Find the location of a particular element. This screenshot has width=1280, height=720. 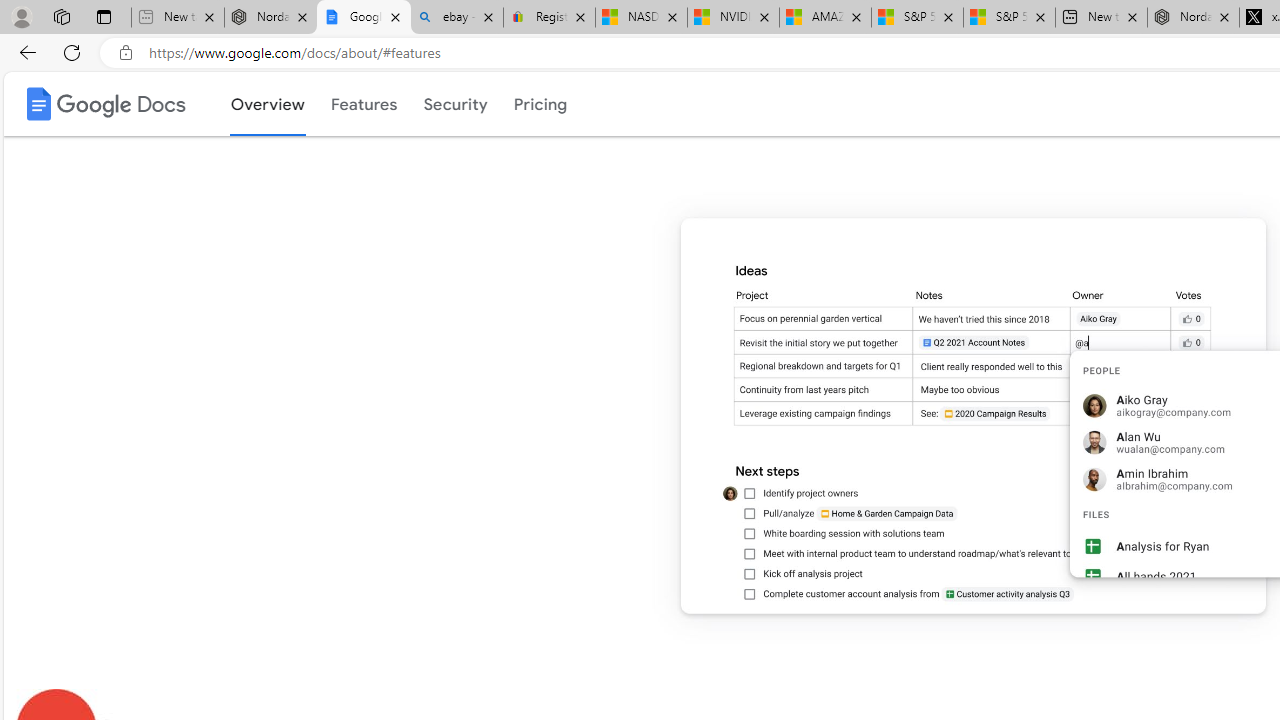

'New tab - Sleeping' is located at coordinates (177, 17).